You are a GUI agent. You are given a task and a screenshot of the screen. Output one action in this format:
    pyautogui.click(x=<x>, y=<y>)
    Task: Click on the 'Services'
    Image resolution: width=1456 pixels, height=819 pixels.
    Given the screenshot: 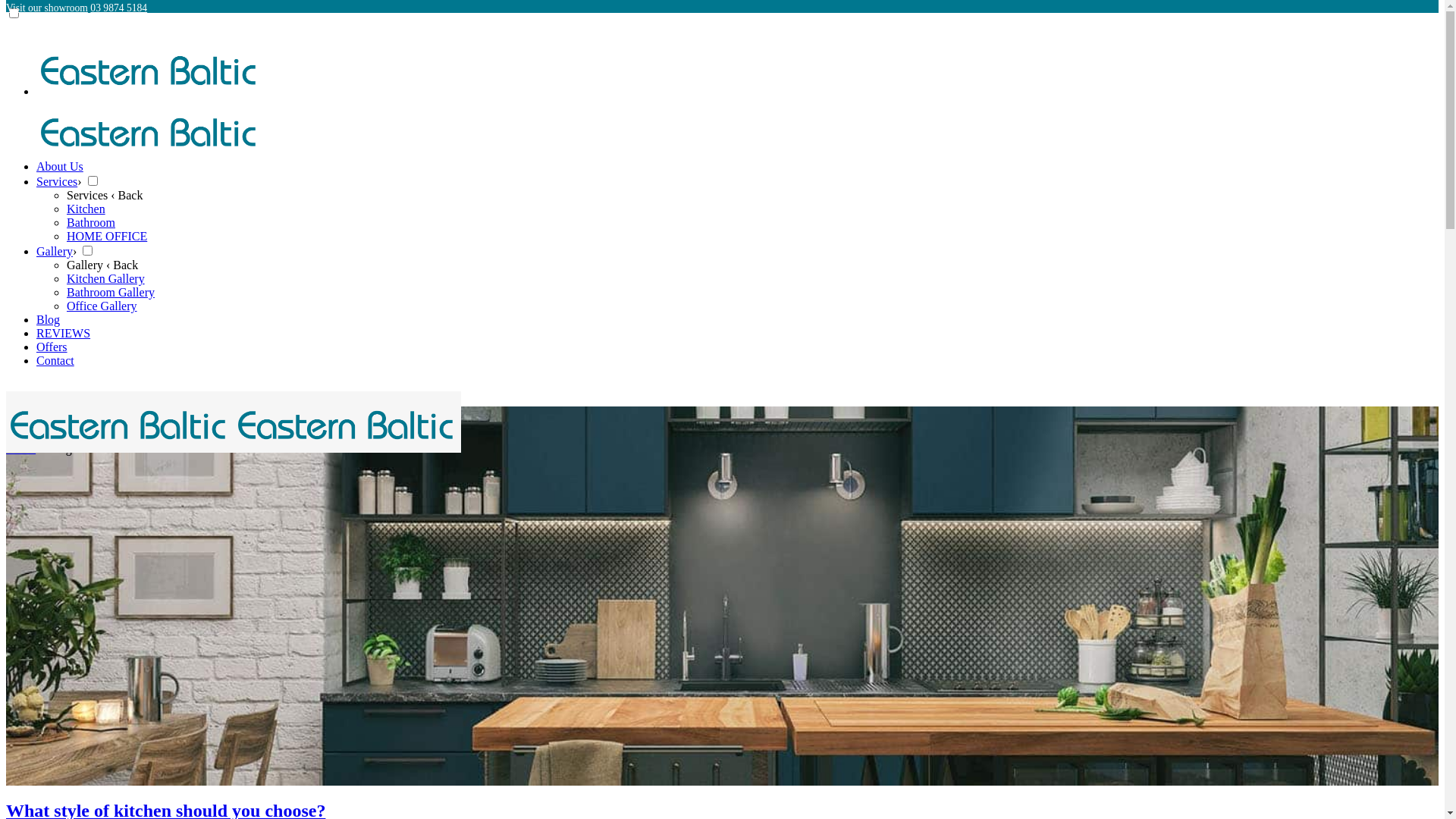 What is the action you would take?
    pyautogui.click(x=57, y=180)
    